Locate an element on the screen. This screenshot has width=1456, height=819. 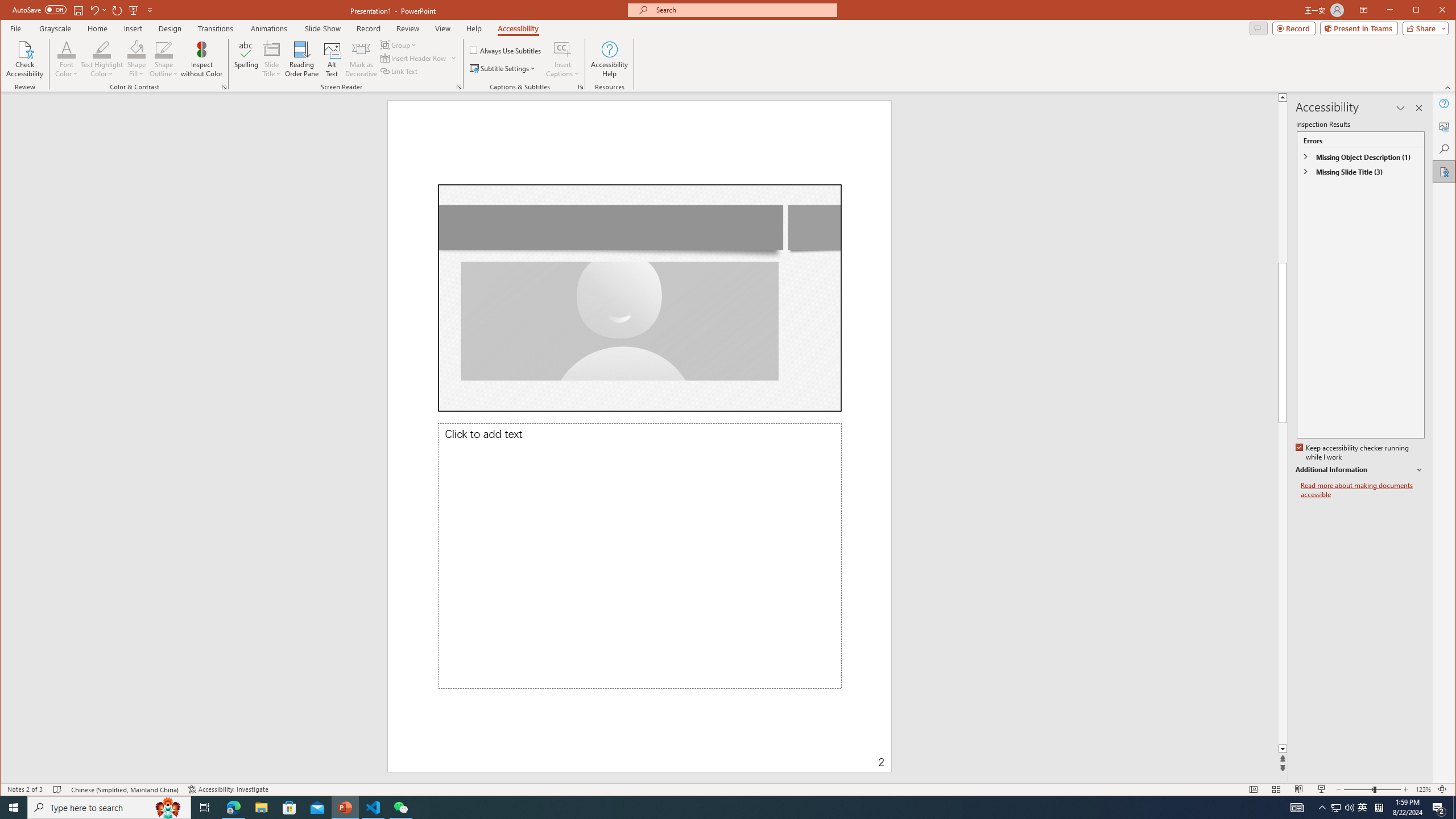
'Link Text' is located at coordinates (399, 71).